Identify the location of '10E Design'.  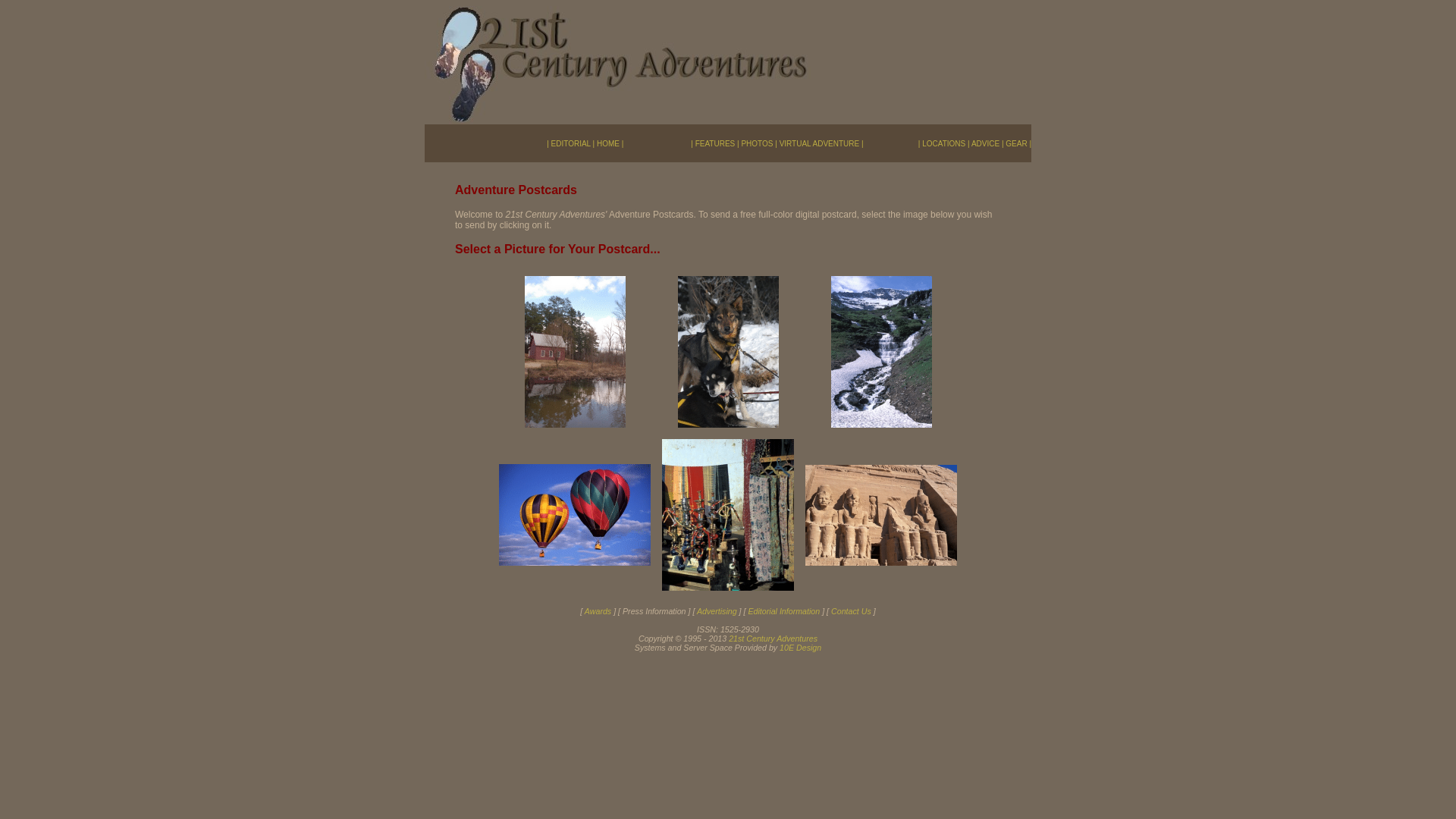
(799, 647).